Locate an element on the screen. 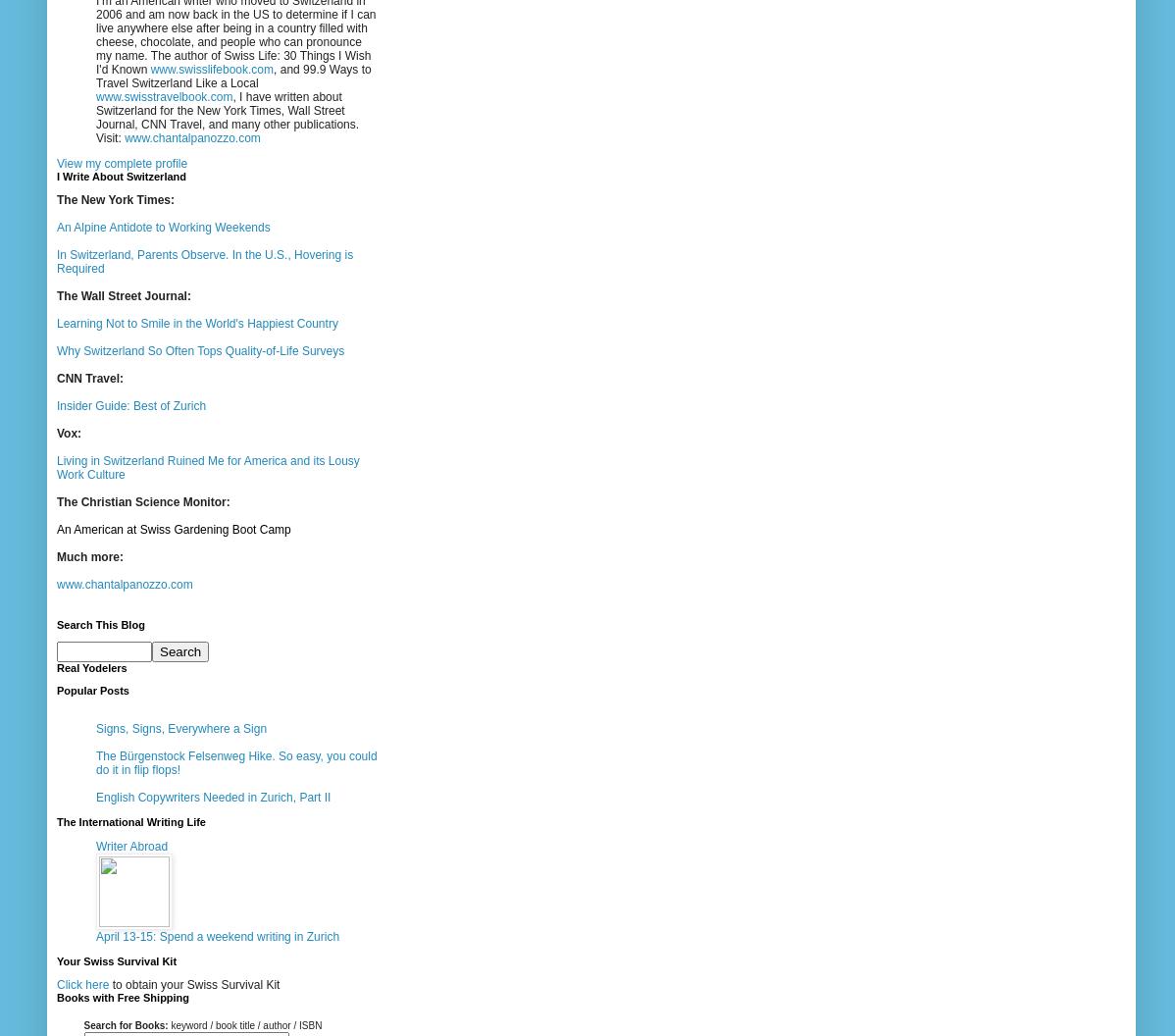  'ore:' is located at coordinates (111, 557).